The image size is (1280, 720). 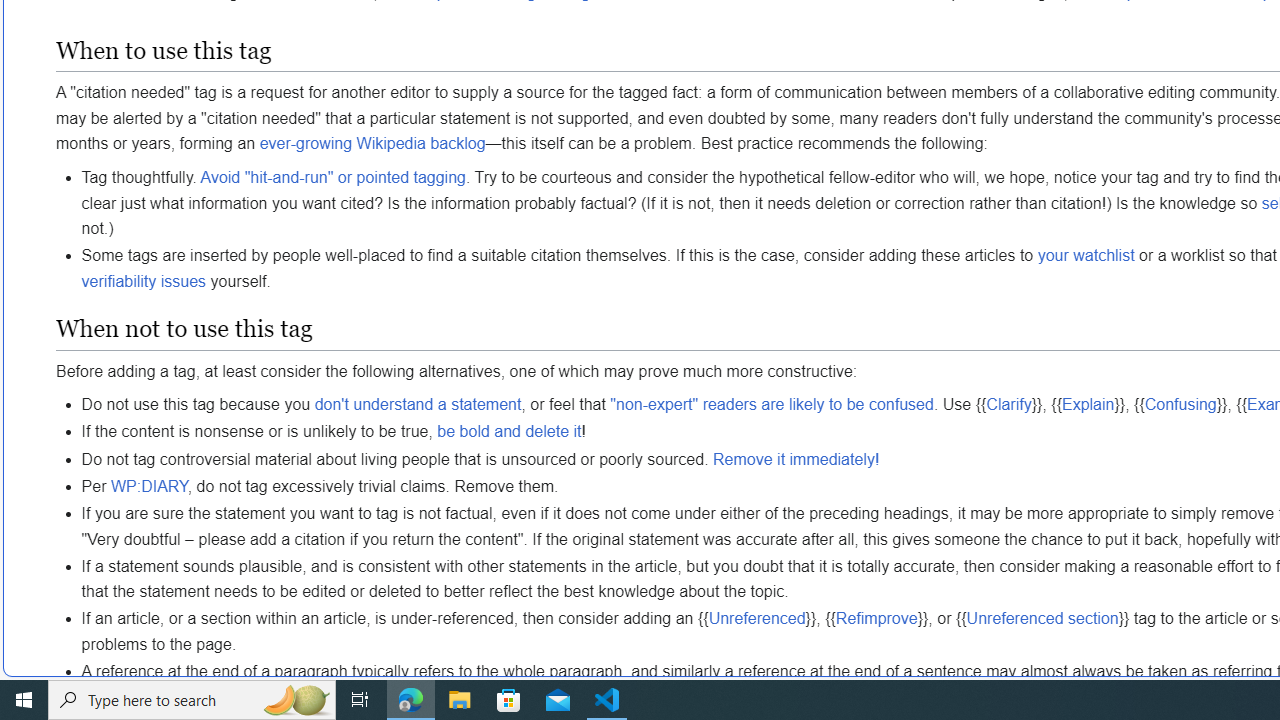 What do you see at coordinates (1085, 254) in the screenshot?
I see `'your watchlist'` at bounding box center [1085, 254].